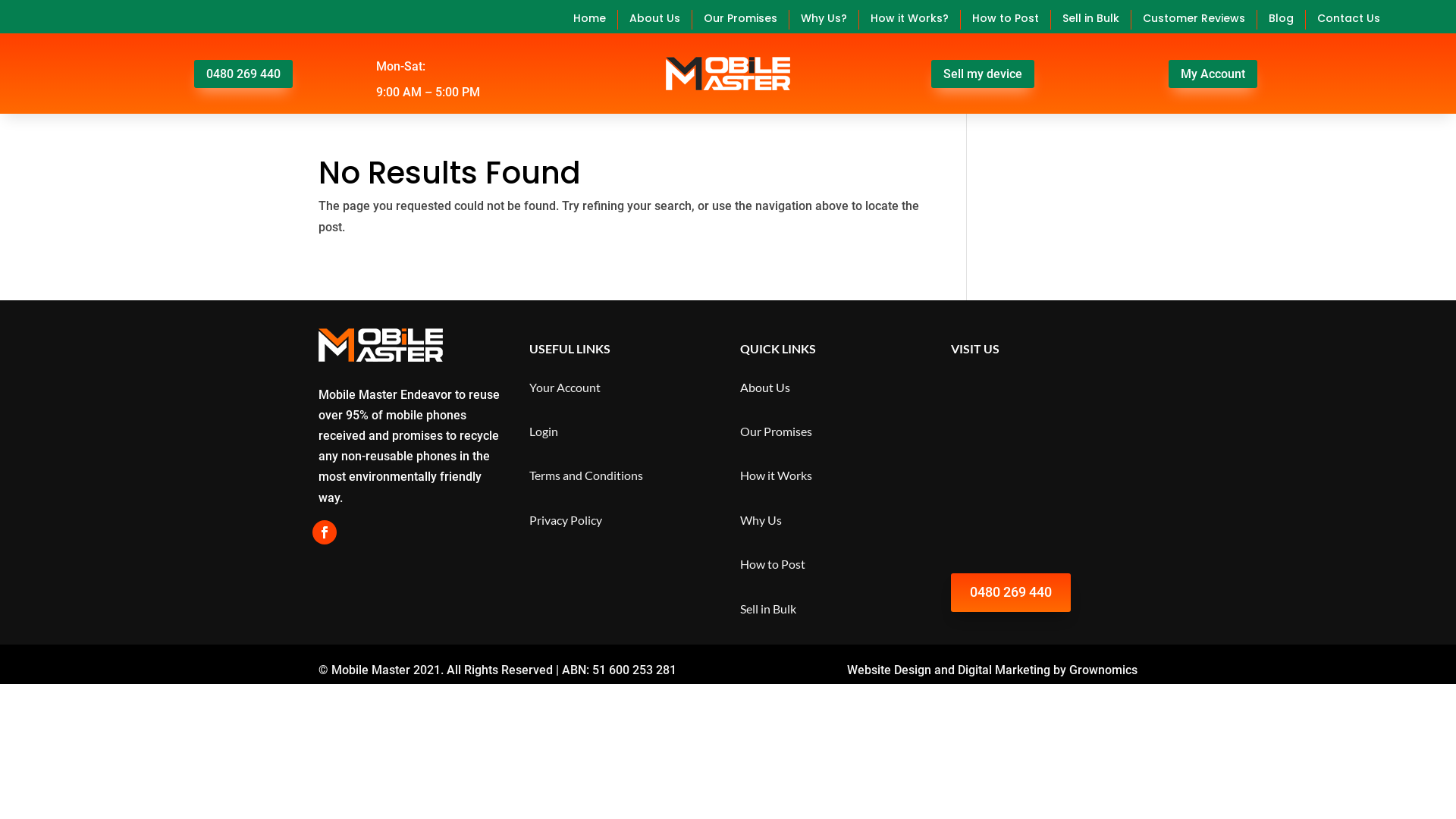  What do you see at coordinates (1193, 20) in the screenshot?
I see `'Customer Reviews'` at bounding box center [1193, 20].